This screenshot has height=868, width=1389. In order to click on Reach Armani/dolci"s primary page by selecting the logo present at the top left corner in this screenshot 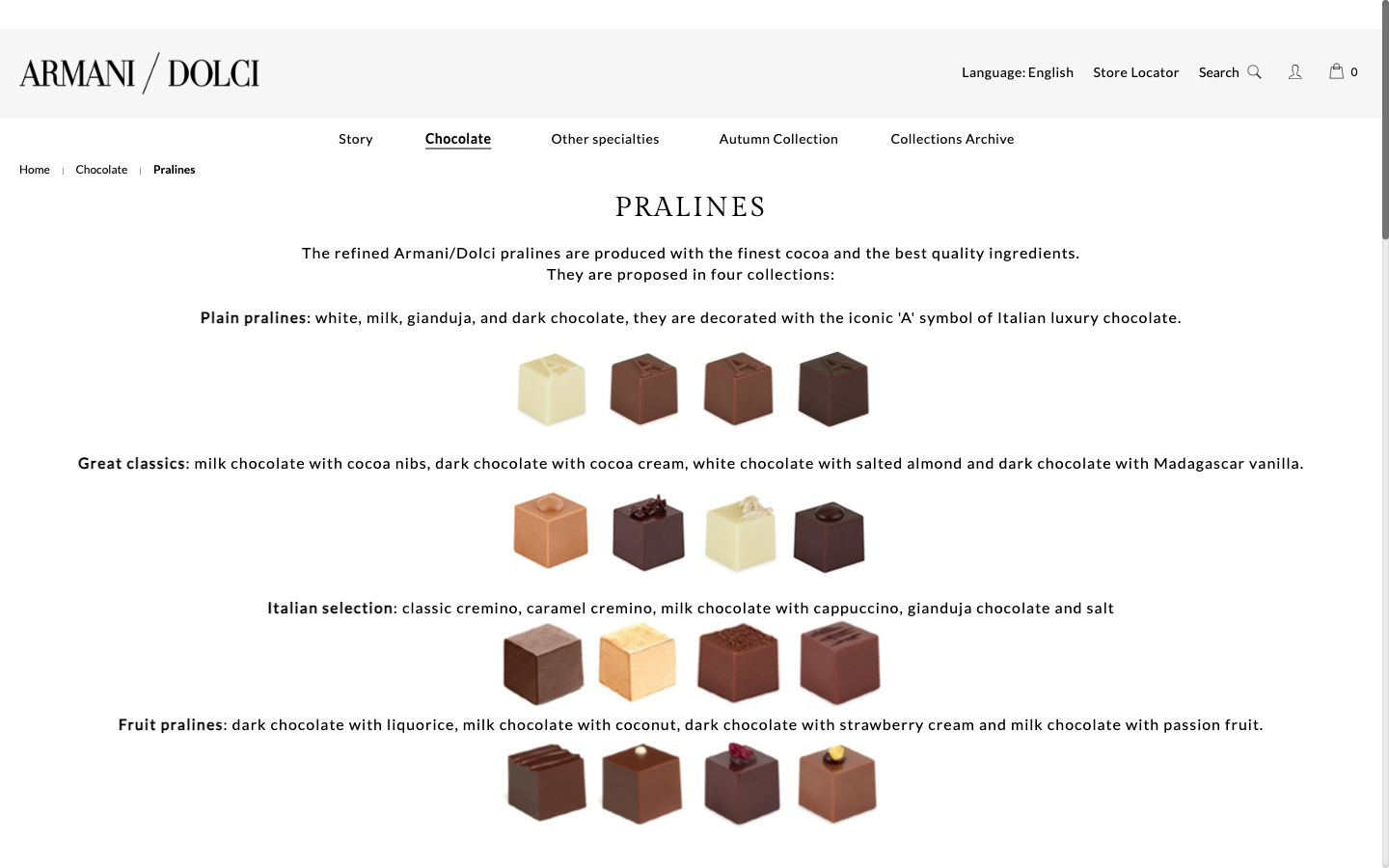, I will do `click(139, 71)`.